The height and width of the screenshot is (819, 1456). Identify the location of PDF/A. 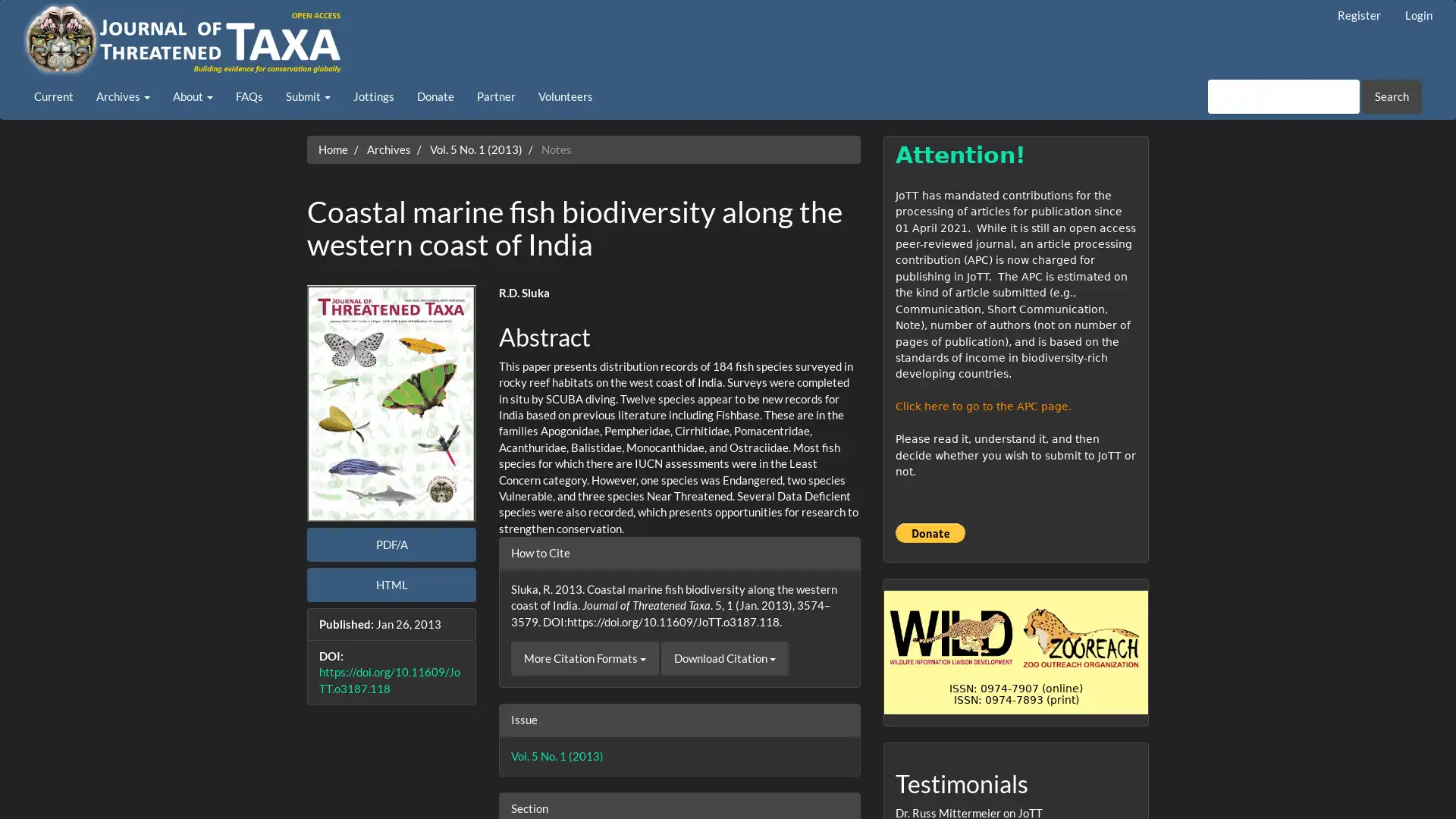
(391, 543).